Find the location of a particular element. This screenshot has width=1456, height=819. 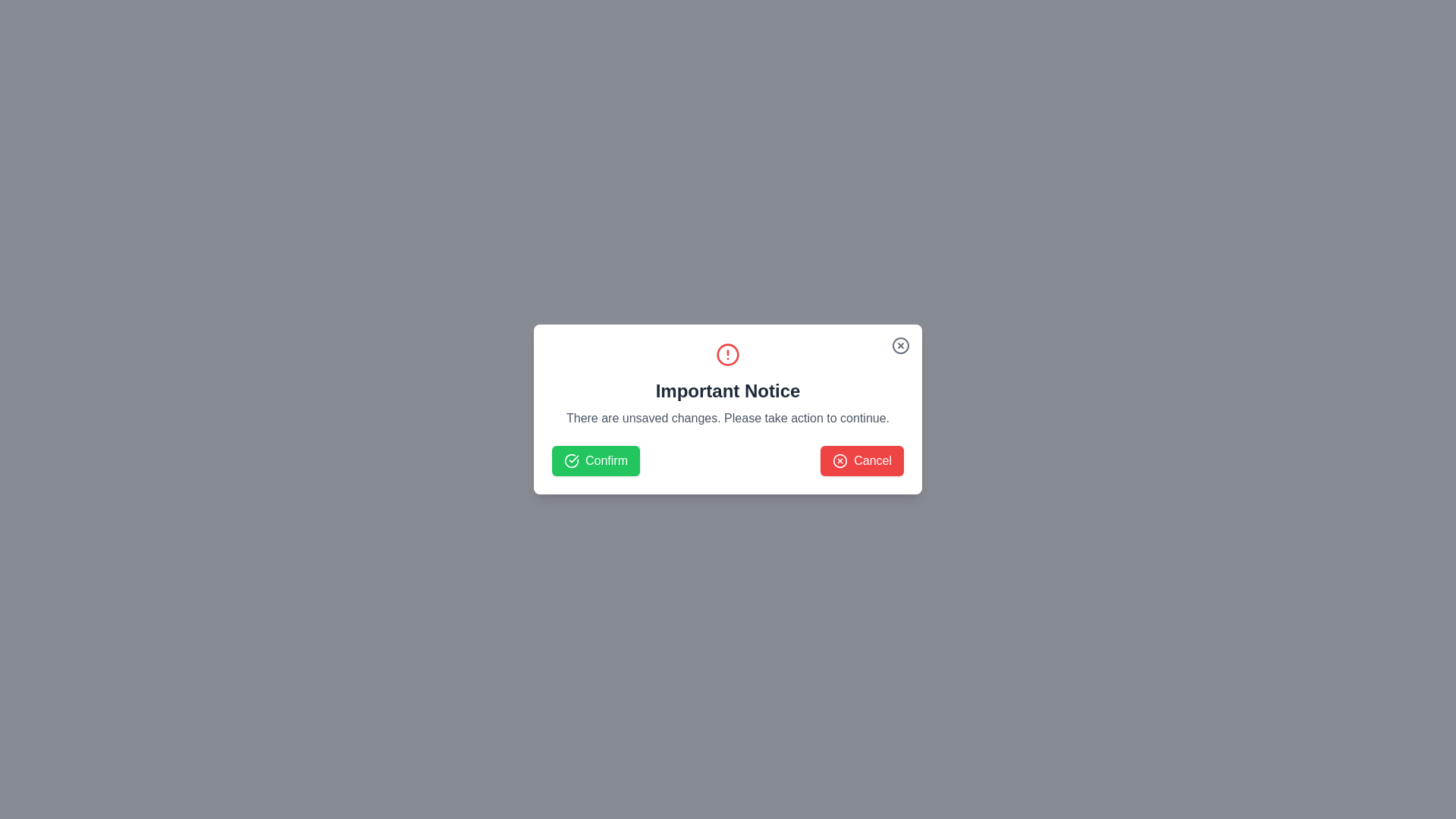

the text box displaying critical information, which is centrally located in the modal dialog box and positioned below the warning icon is located at coordinates (728, 384).